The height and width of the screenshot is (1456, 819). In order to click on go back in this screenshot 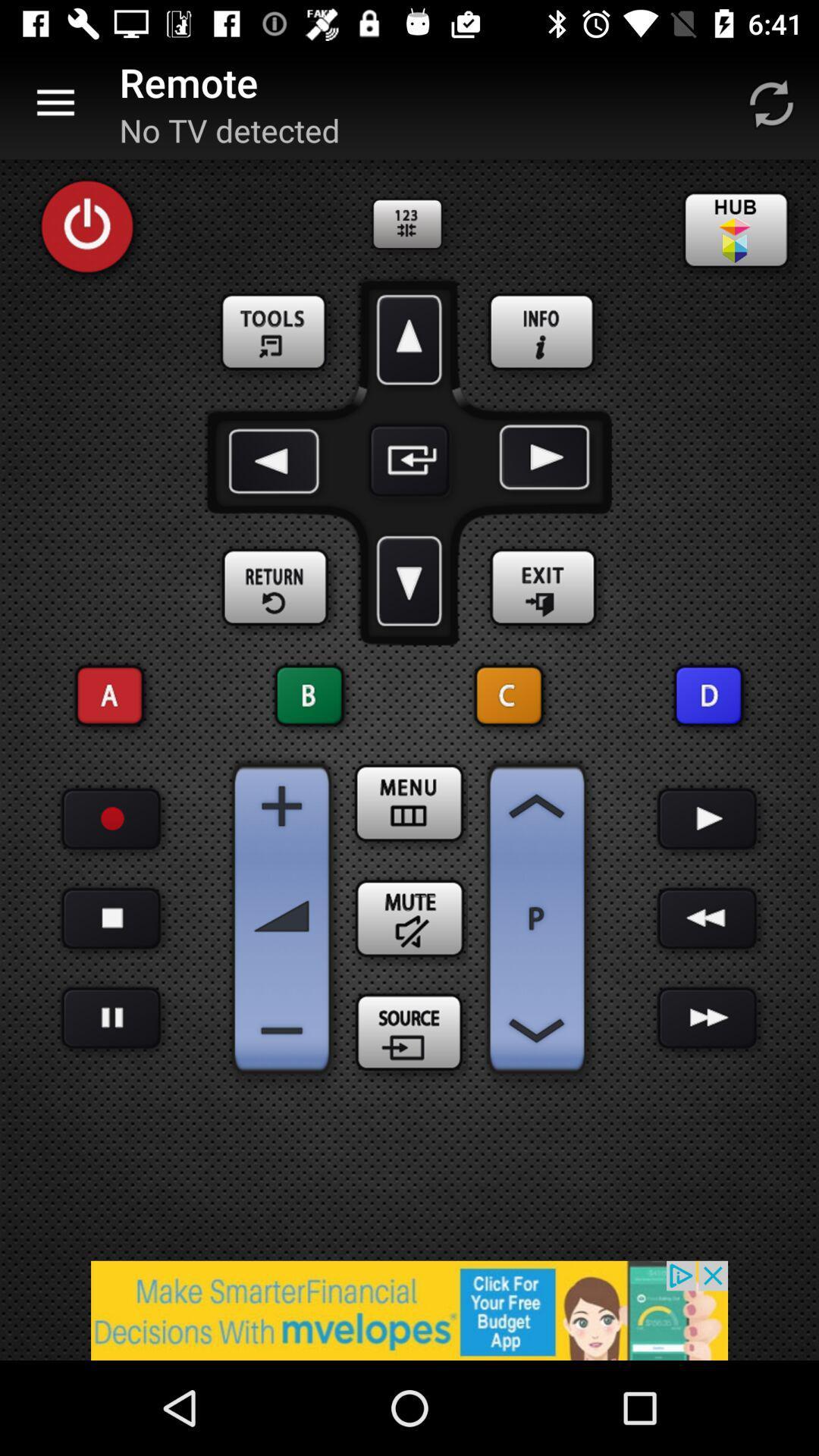, I will do `click(277, 460)`.